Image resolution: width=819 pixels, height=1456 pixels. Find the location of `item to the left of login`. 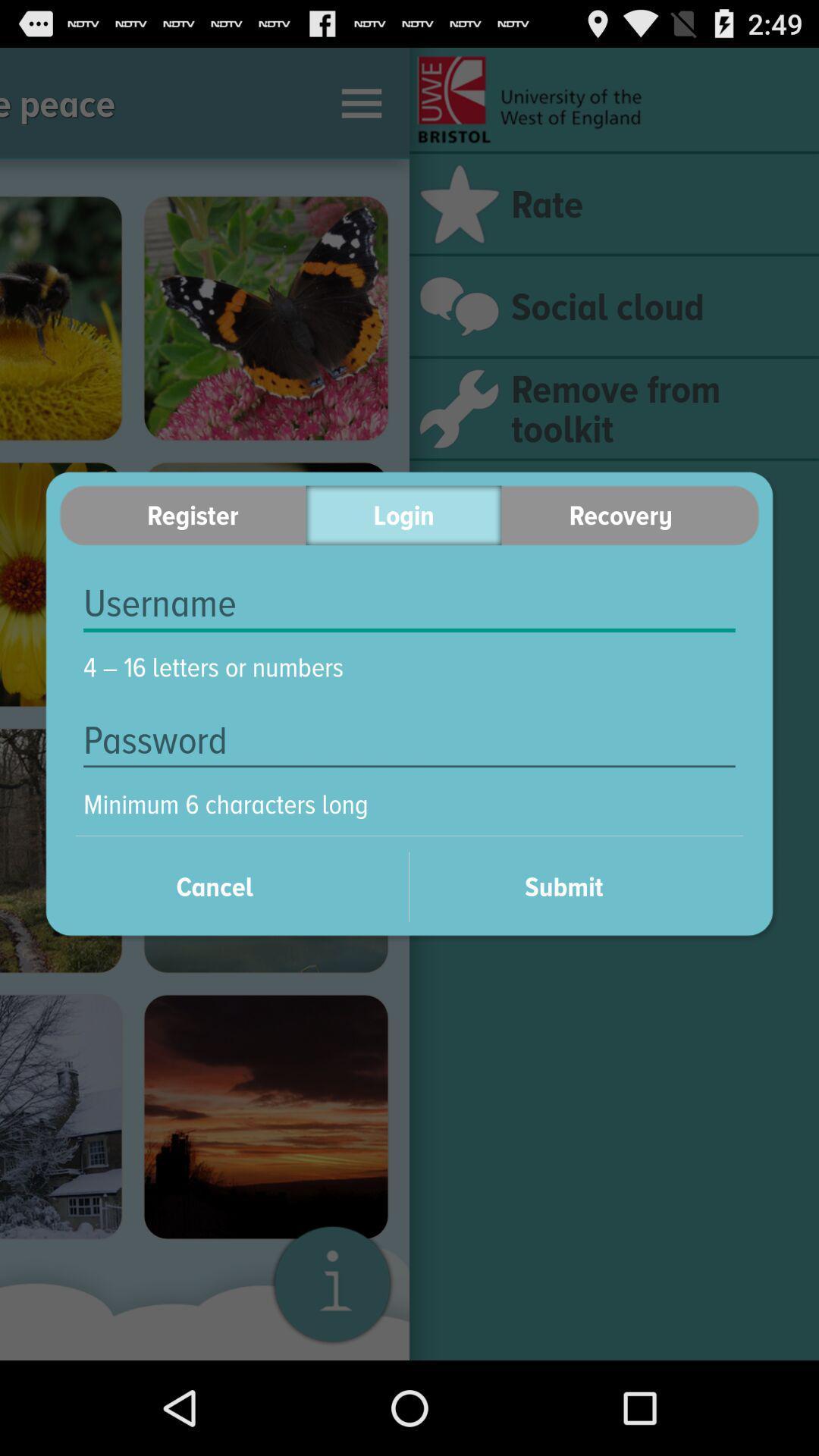

item to the left of login is located at coordinates (182, 515).